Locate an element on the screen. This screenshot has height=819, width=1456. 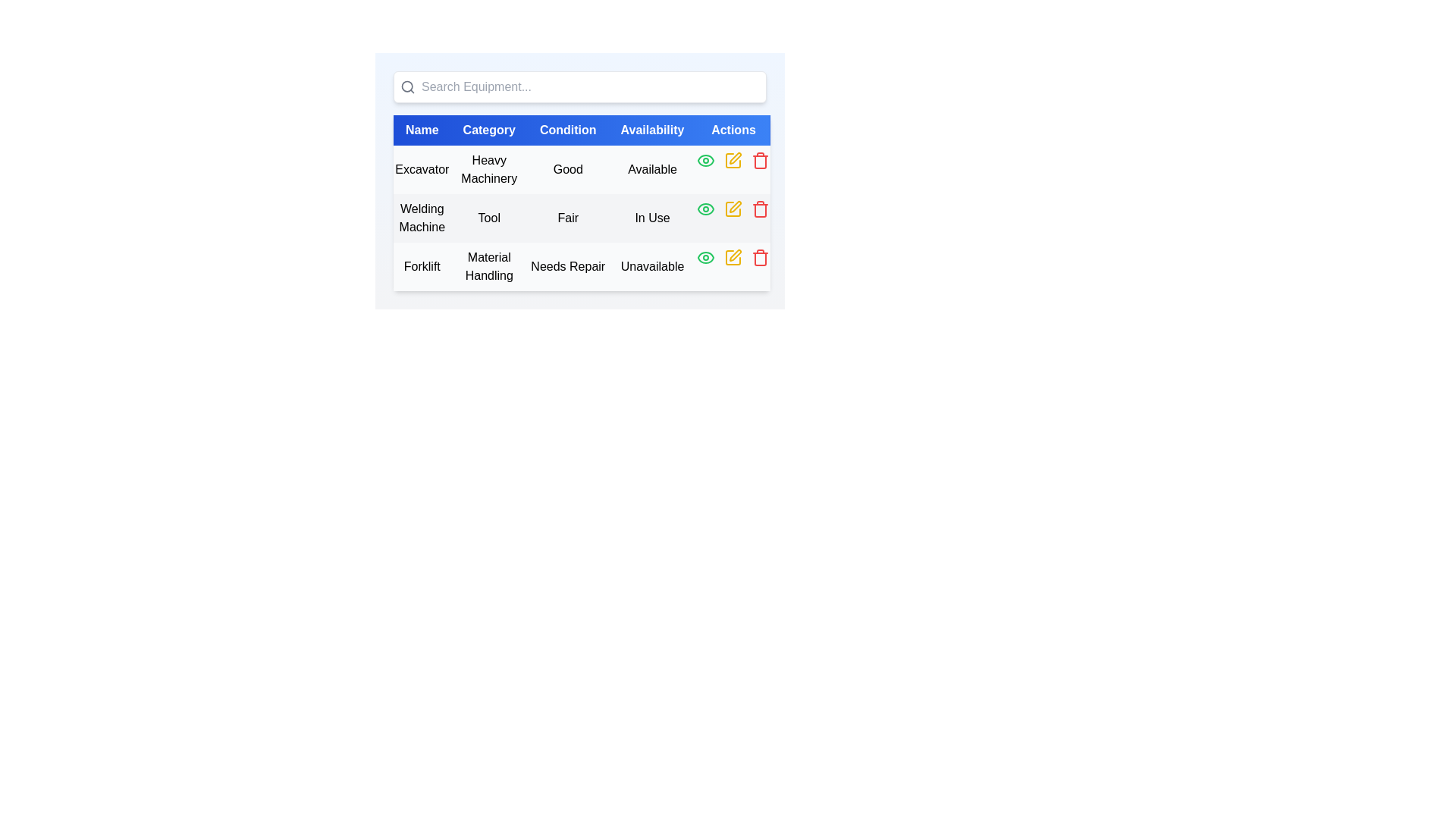
the trash icon representing the delete action for the 'Forklift' entry in the table, located in the last column of the third row is located at coordinates (761, 259).